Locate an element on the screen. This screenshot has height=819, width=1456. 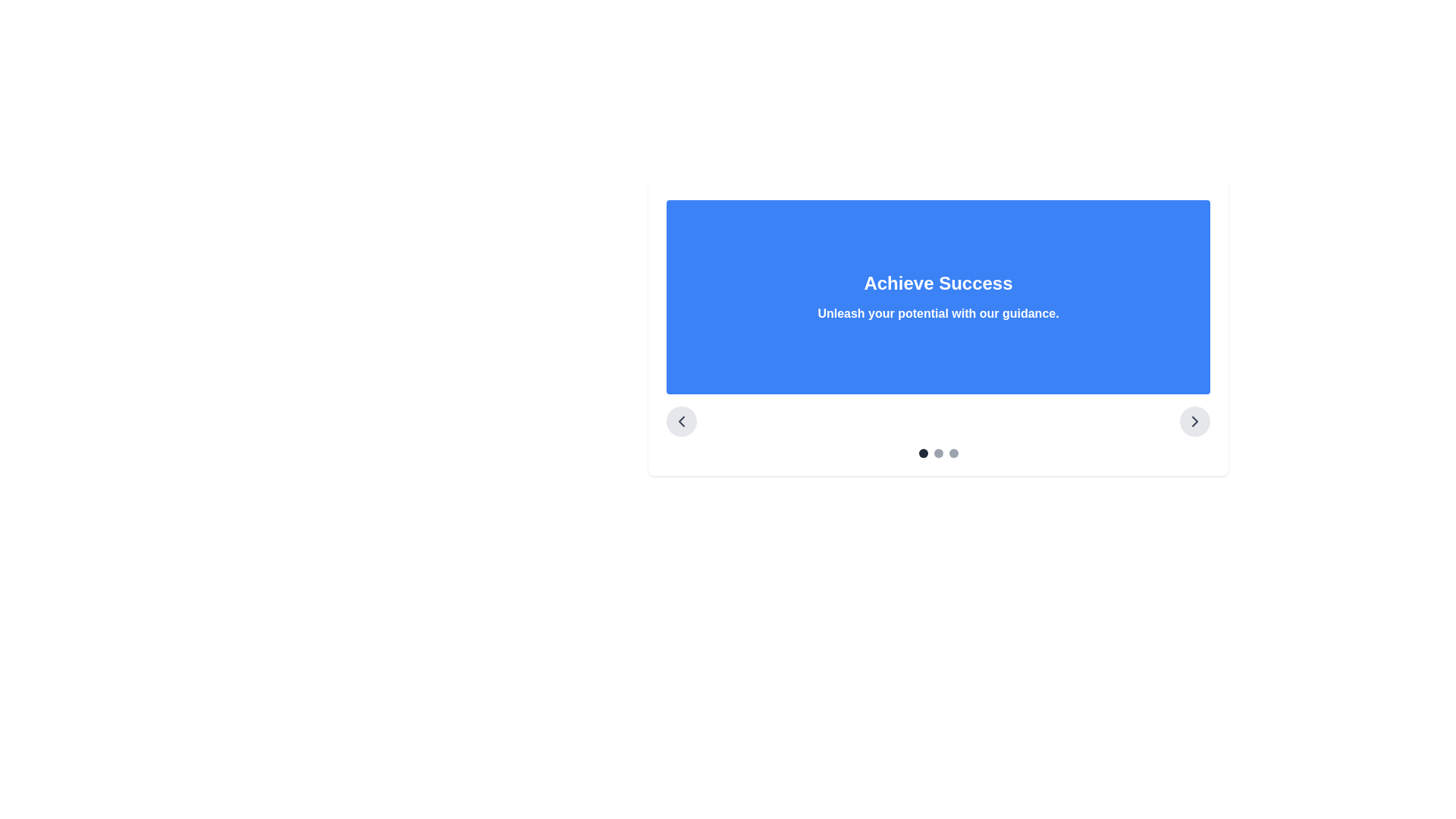
the third Carousel navigation dot, which is the last element in a row of three indicators is located at coordinates (952, 452).